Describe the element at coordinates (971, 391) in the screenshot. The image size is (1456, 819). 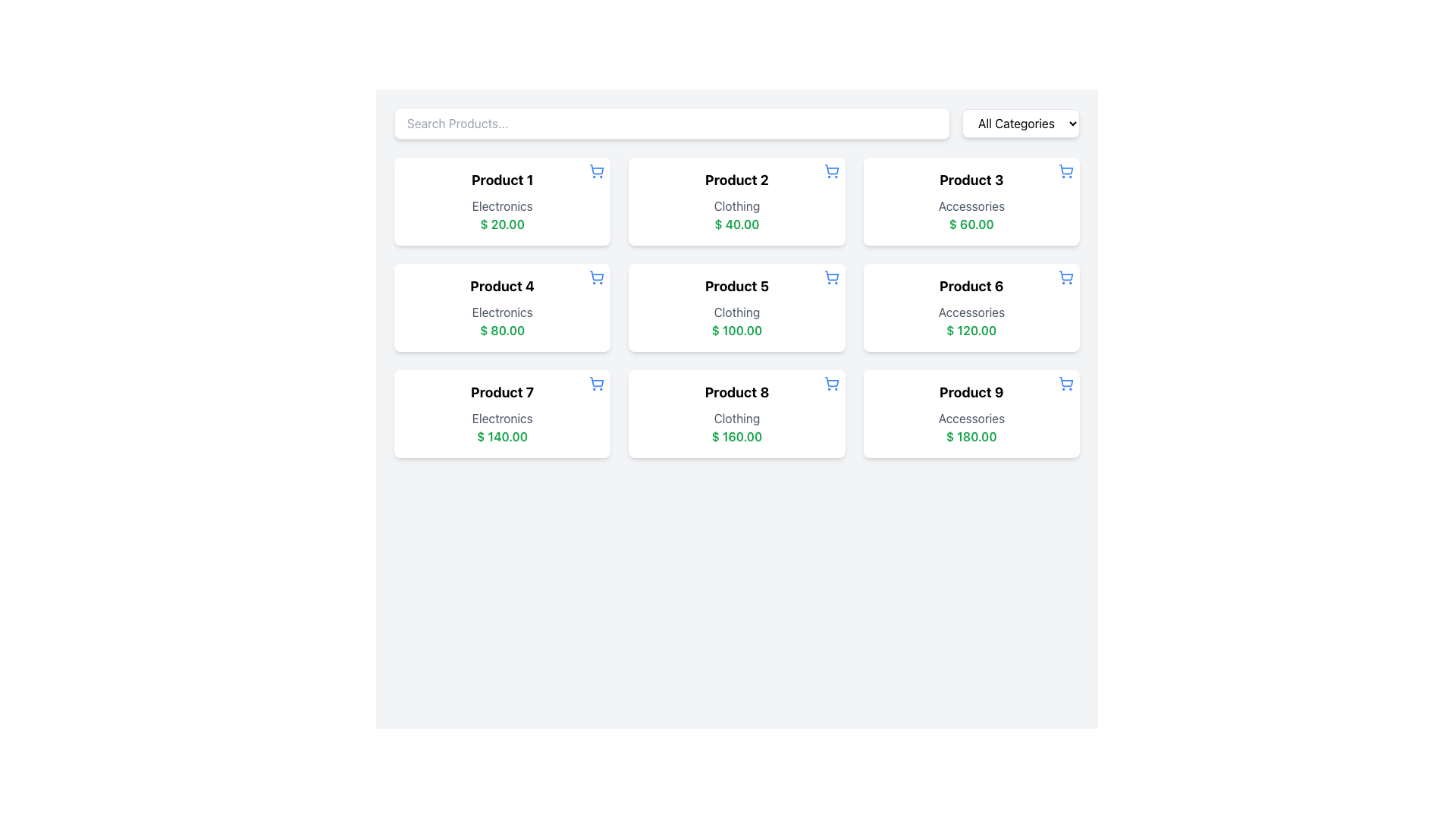
I see `the product title text located in the bottom-right corner of the grid layout, which is above the description 'Accessories' and the price '$180.00'` at that location.